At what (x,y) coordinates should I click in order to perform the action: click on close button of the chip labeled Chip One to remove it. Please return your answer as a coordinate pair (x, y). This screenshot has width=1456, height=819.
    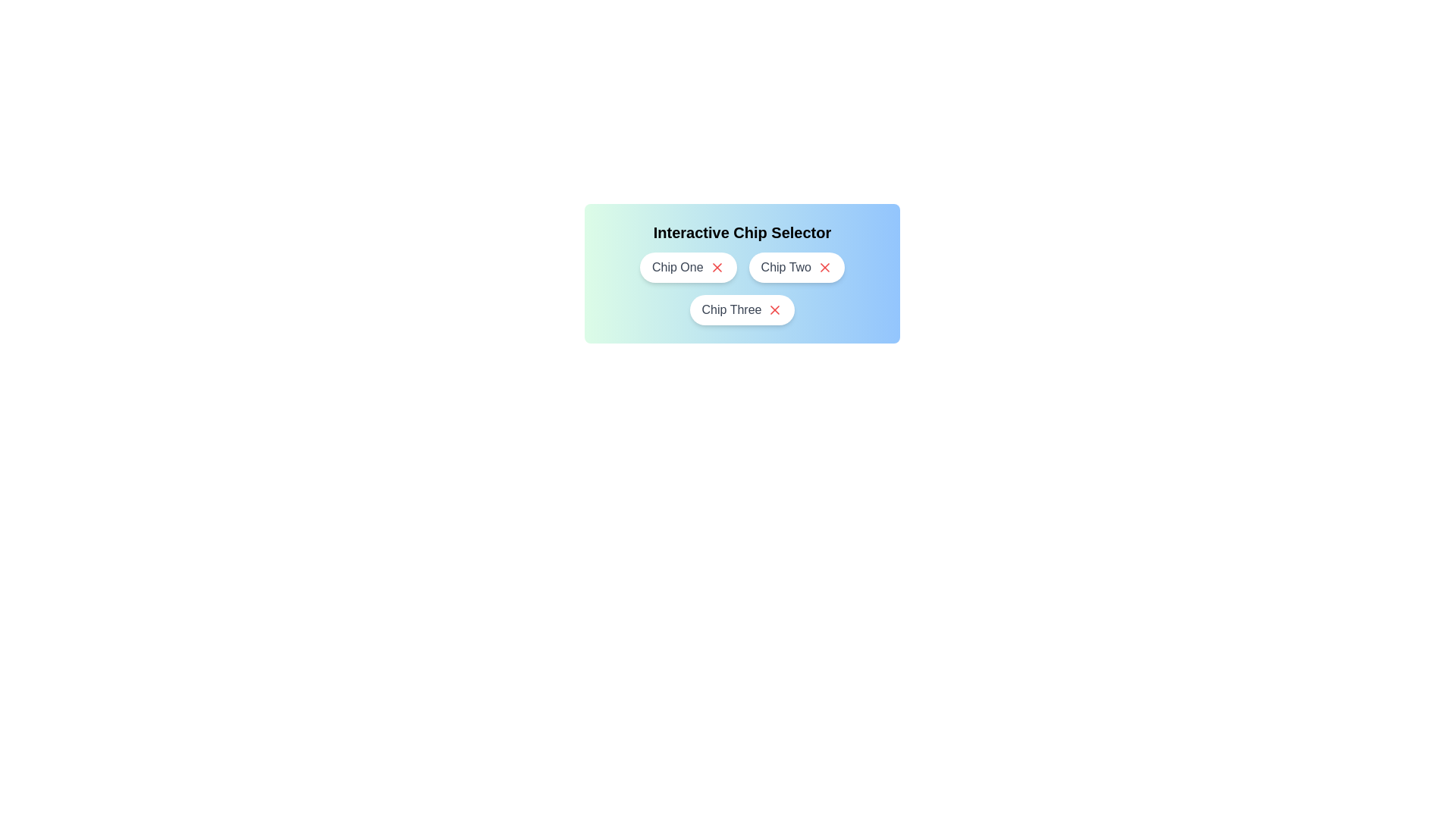
    Looking at the image, I should click on (716, 267).